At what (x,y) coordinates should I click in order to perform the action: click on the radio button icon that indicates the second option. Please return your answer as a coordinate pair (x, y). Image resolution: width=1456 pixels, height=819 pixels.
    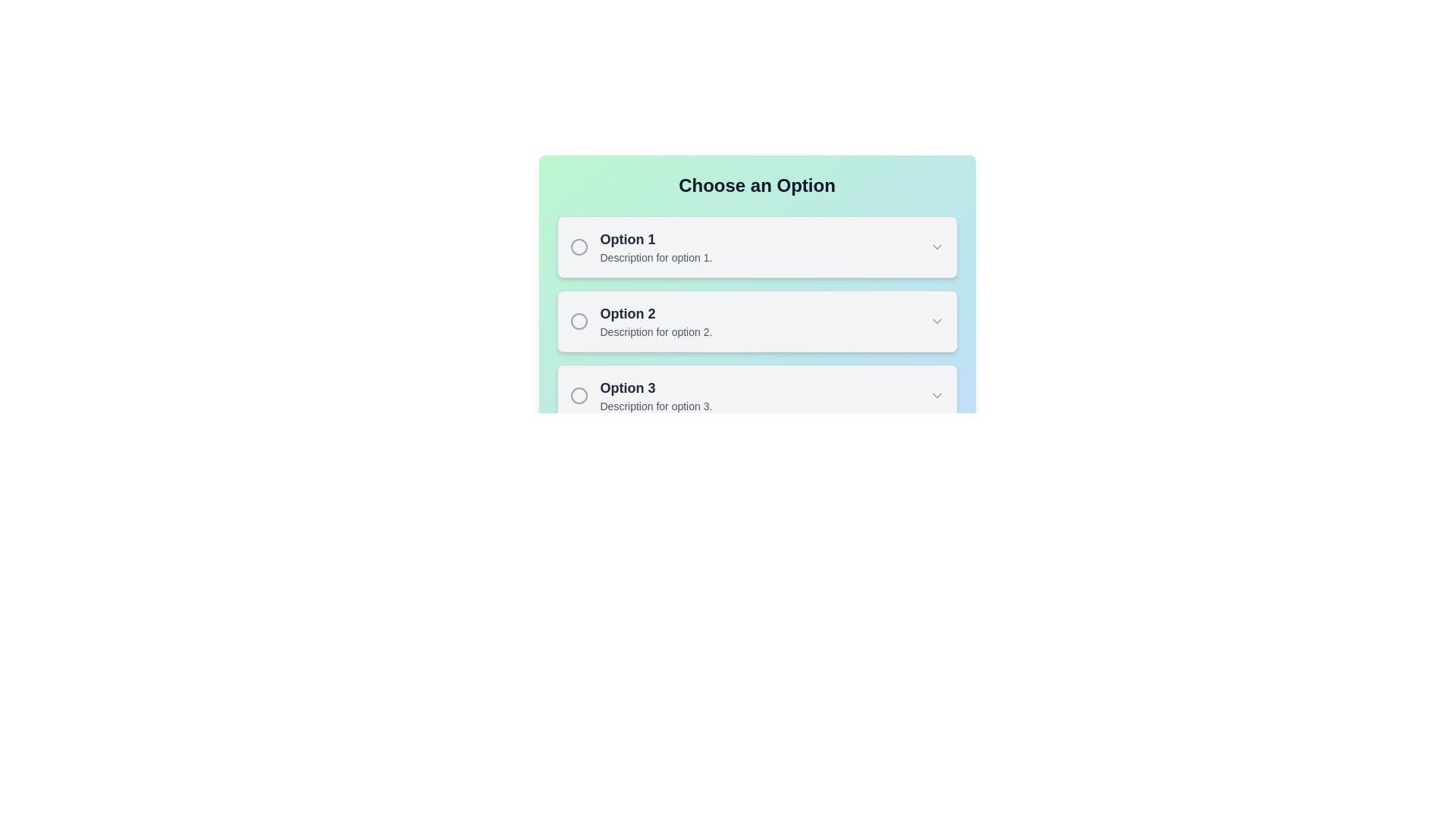
    Looking at the image, I should click on (578, 321).